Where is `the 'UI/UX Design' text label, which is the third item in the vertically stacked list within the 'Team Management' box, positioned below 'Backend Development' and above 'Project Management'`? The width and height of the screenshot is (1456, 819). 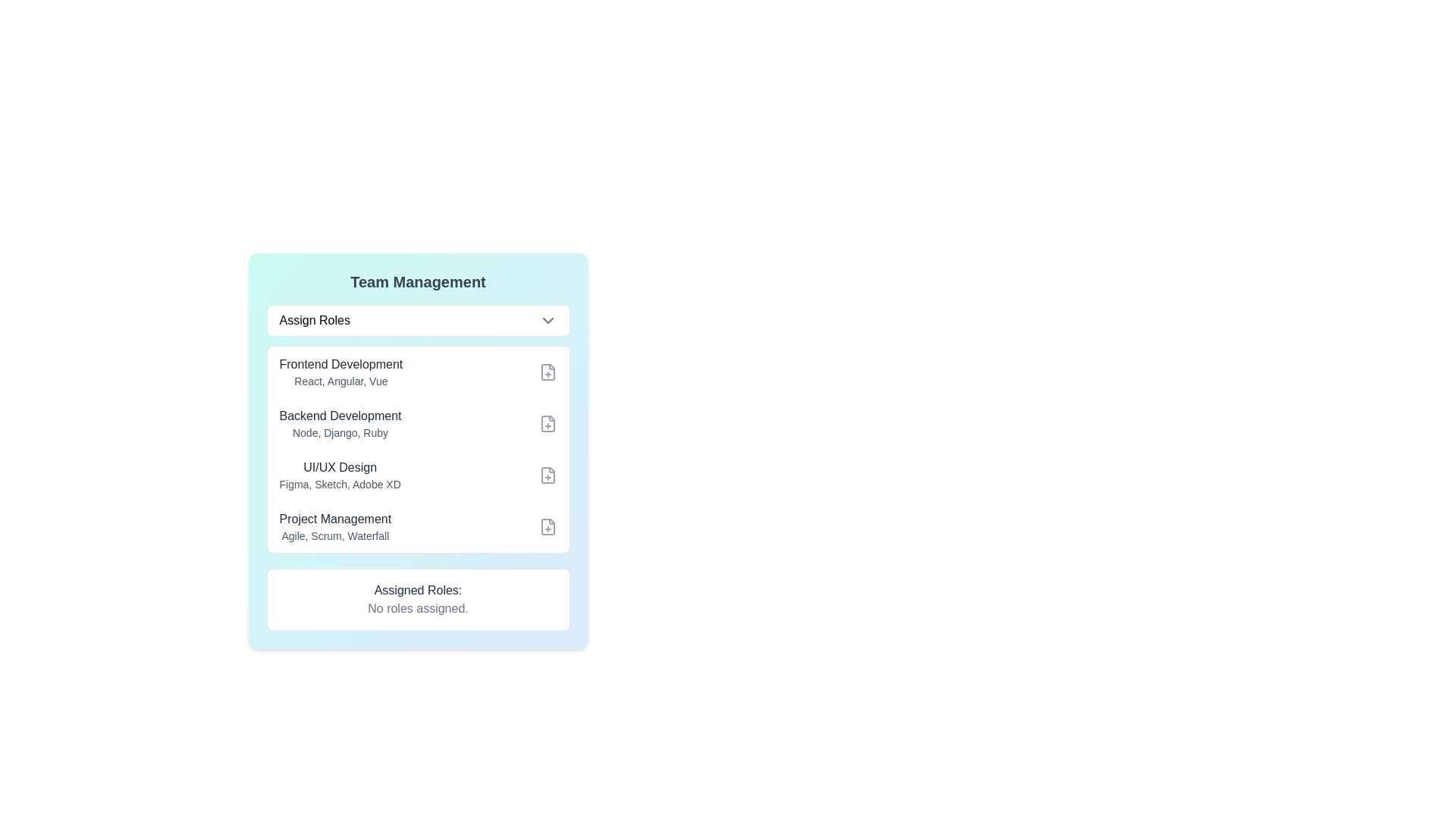
the 'UI/UX Design' text label, which is the third item in the vertically stacked list within the 'Team Management' box, positioned below 'Backend Development' and above 'Project Management' is located at coordinates (339, 475).